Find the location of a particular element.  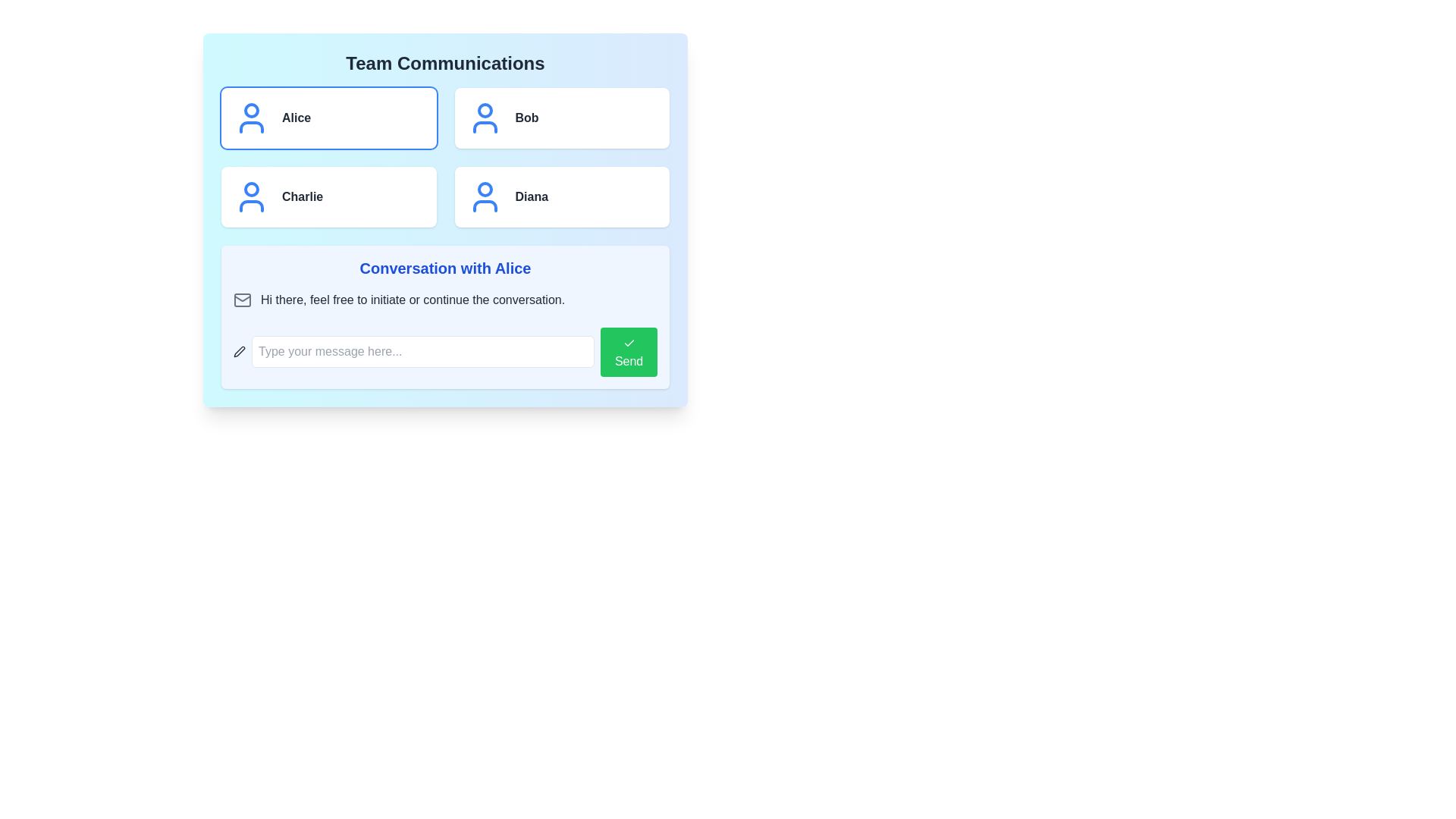

the blue-colored user icon with a circular head and simplified body outline located within the box labeled 'Diana' in the lower right corner of the grid is located at coordinates (484, 196).